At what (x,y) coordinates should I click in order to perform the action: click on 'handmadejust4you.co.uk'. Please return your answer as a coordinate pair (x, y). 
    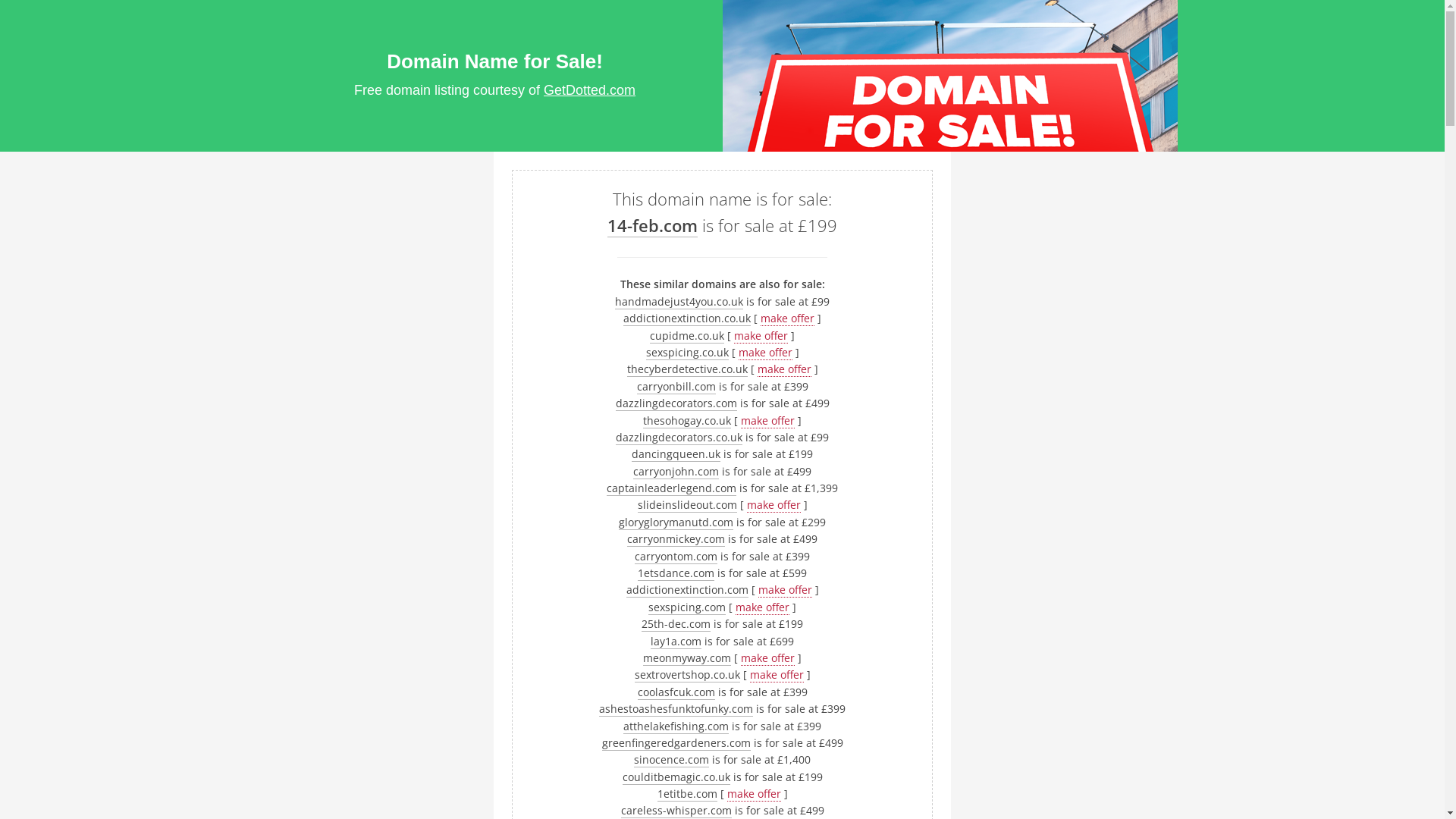
    Looking at the image, I should click on (678, 301).